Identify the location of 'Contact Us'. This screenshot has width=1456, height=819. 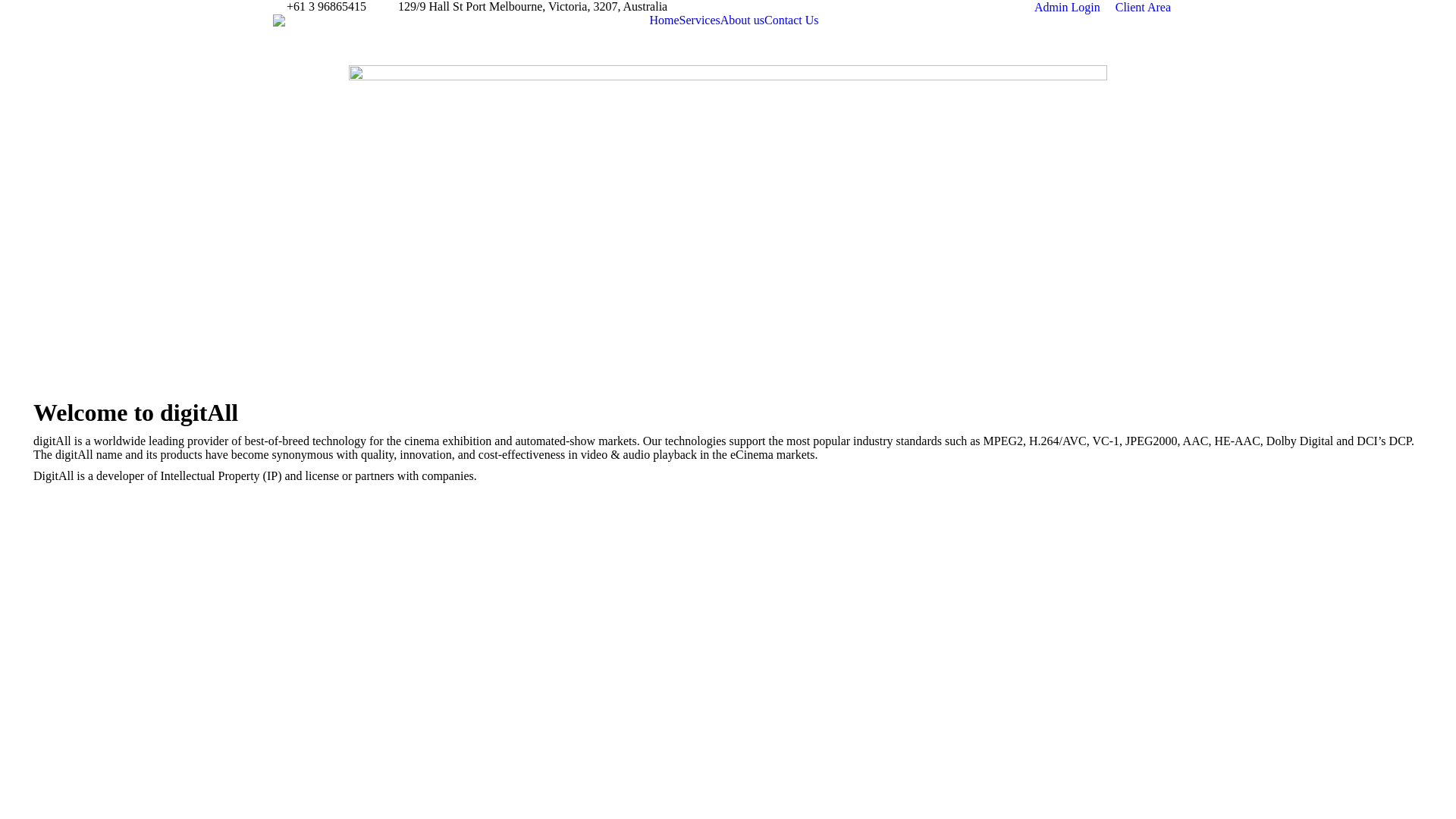
(764, 20).